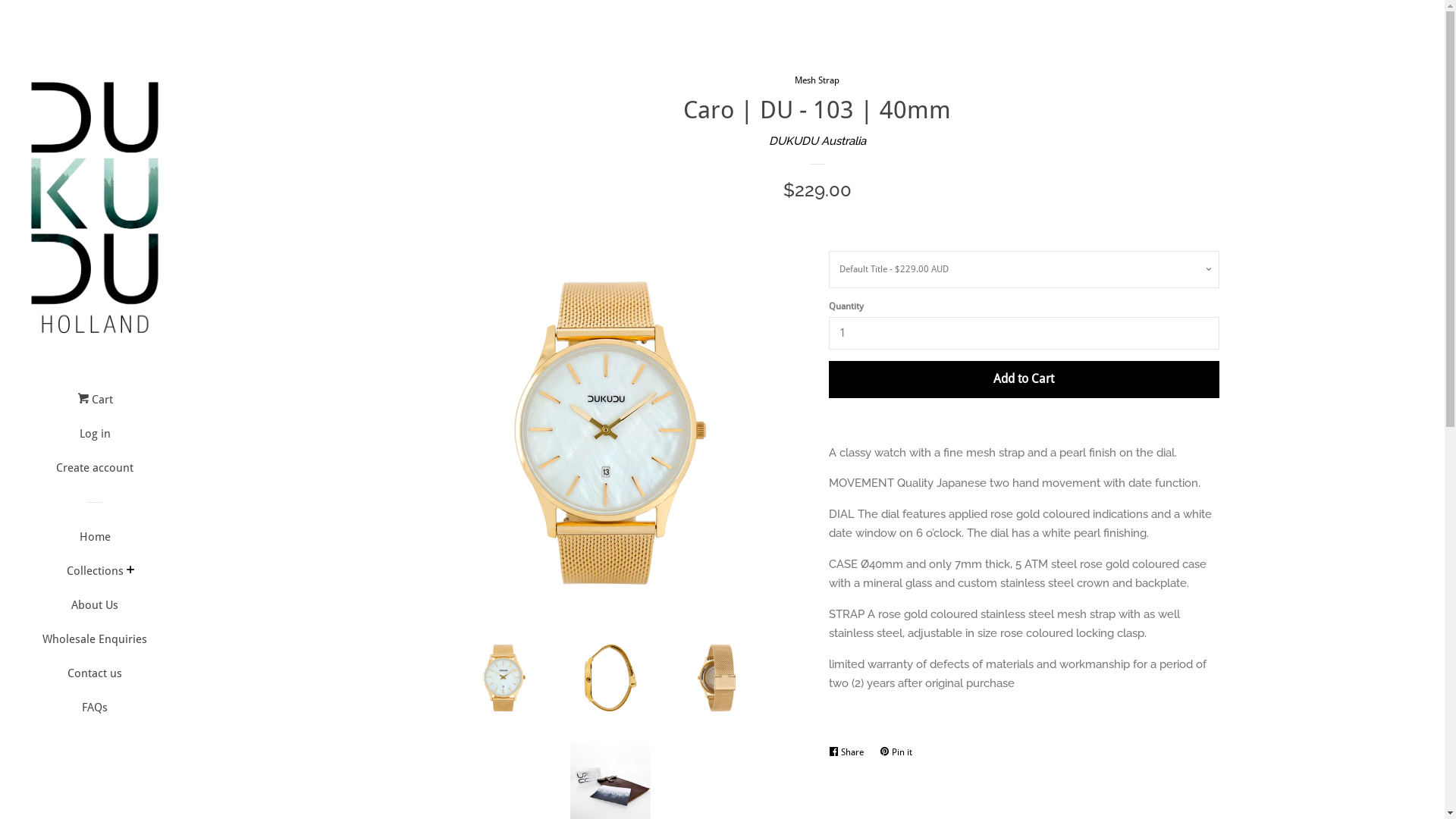 This screenshot has width=1456, height=819. Describe the element at coordinates (94, 404) in the screenshot. I see `'Cart'` at that location.